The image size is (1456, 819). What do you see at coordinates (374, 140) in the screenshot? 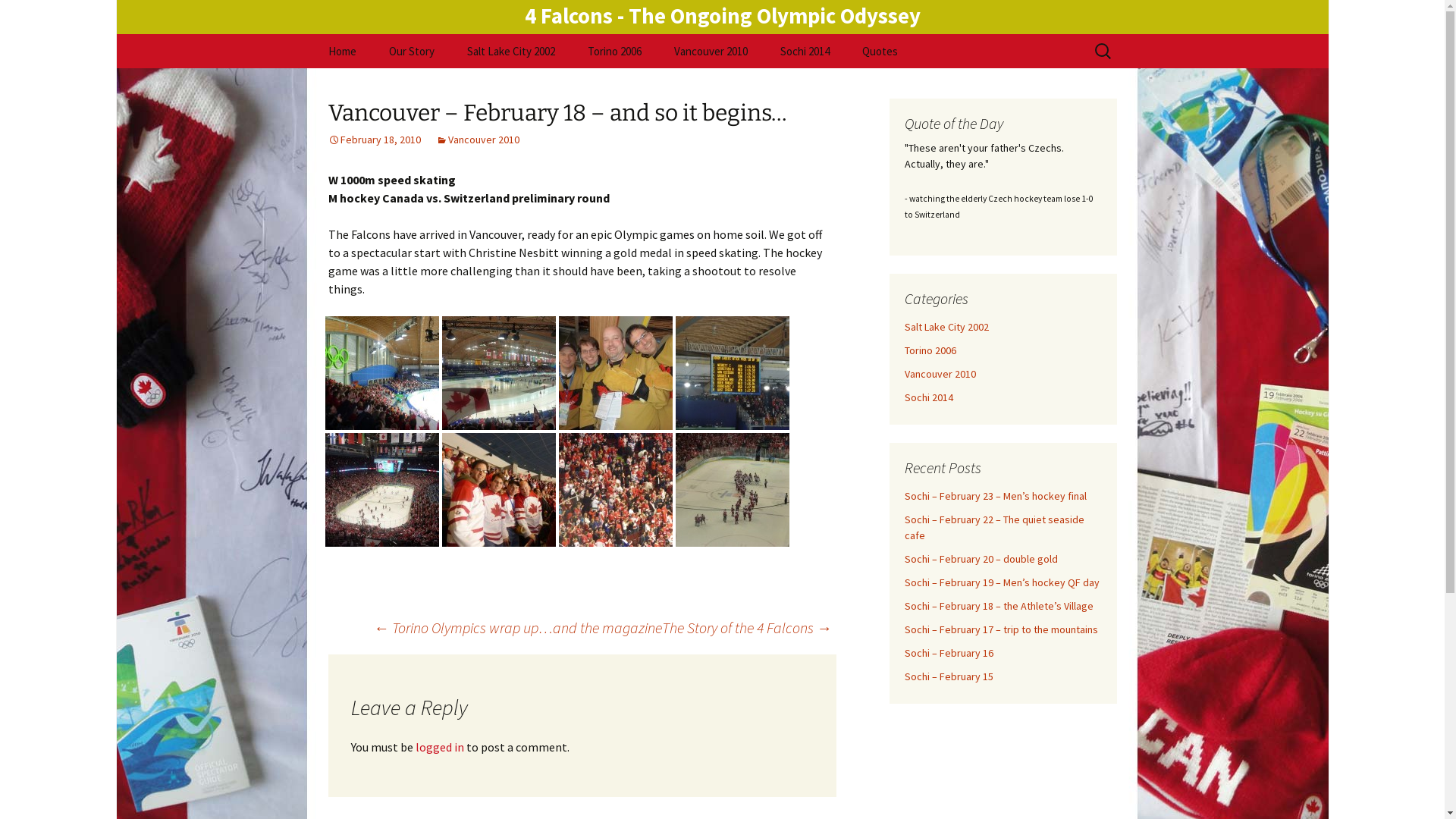
I see `'February 18, 2010'` at bounding box center [374, 140].